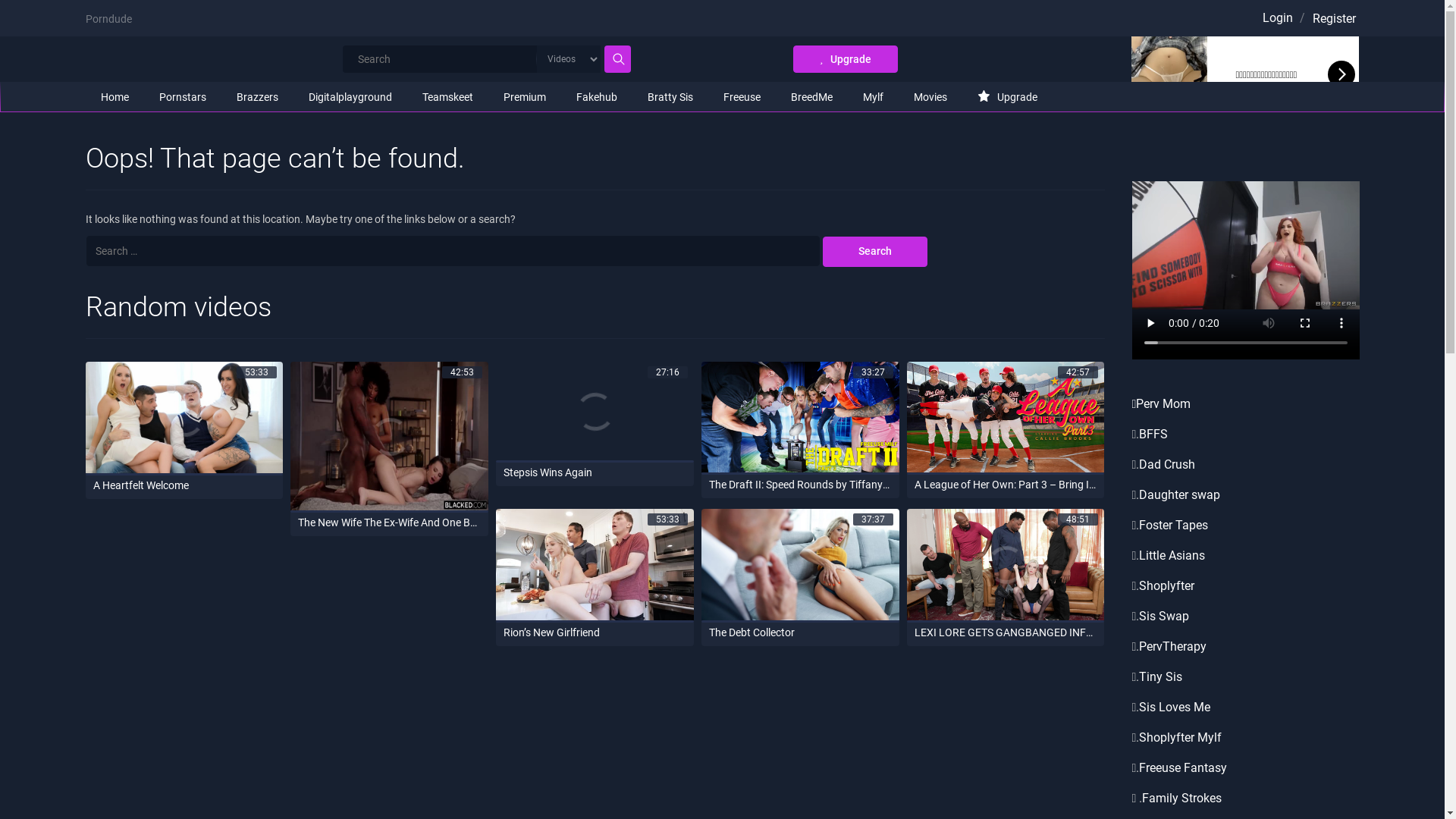  Describe the element at coordinates (1181, 797) in the screenshot. I see `'Family Strokes'` at that location.